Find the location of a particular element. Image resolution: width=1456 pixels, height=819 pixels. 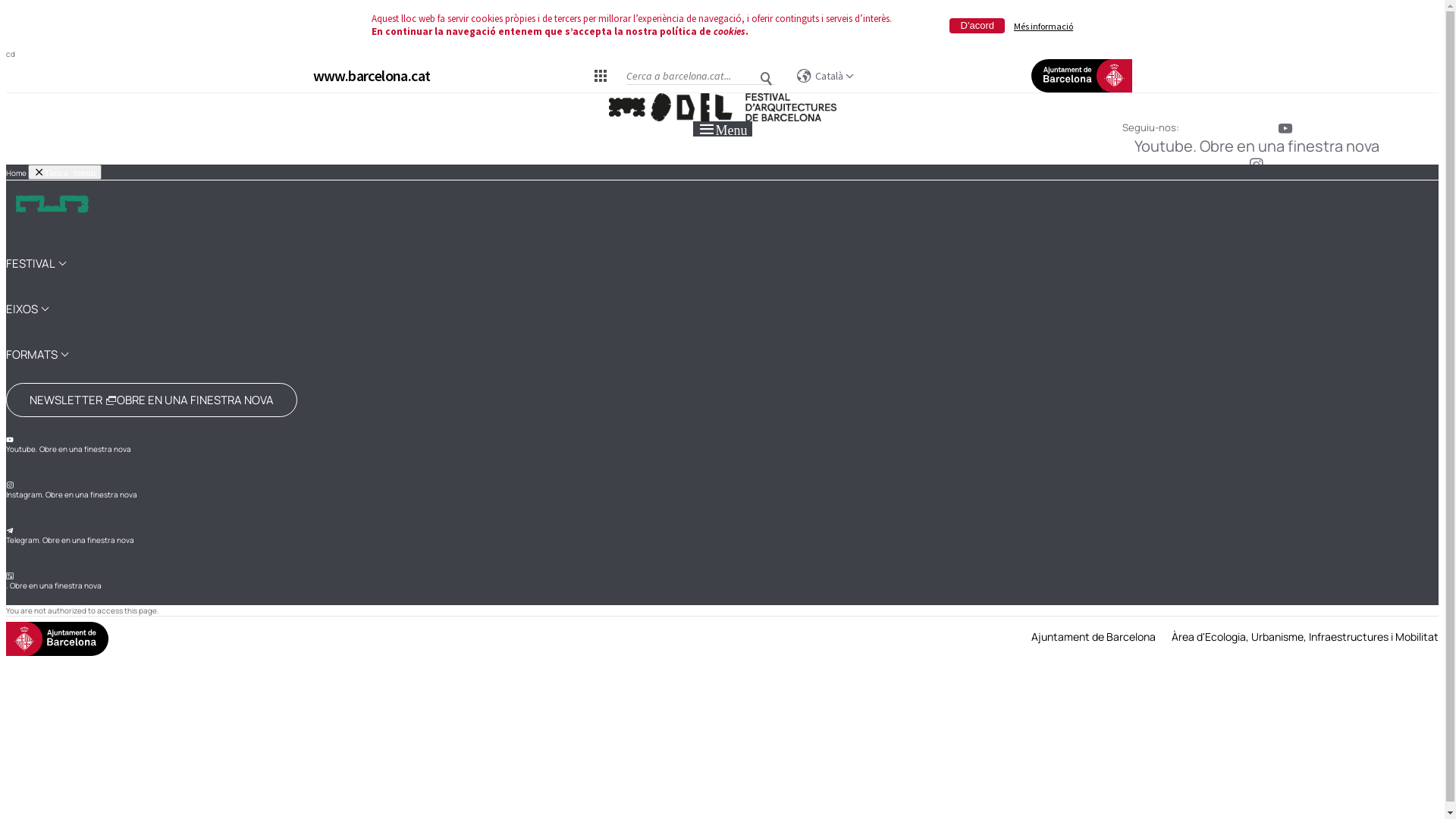

'Skip to main content' is located at coordinates (6, 93).